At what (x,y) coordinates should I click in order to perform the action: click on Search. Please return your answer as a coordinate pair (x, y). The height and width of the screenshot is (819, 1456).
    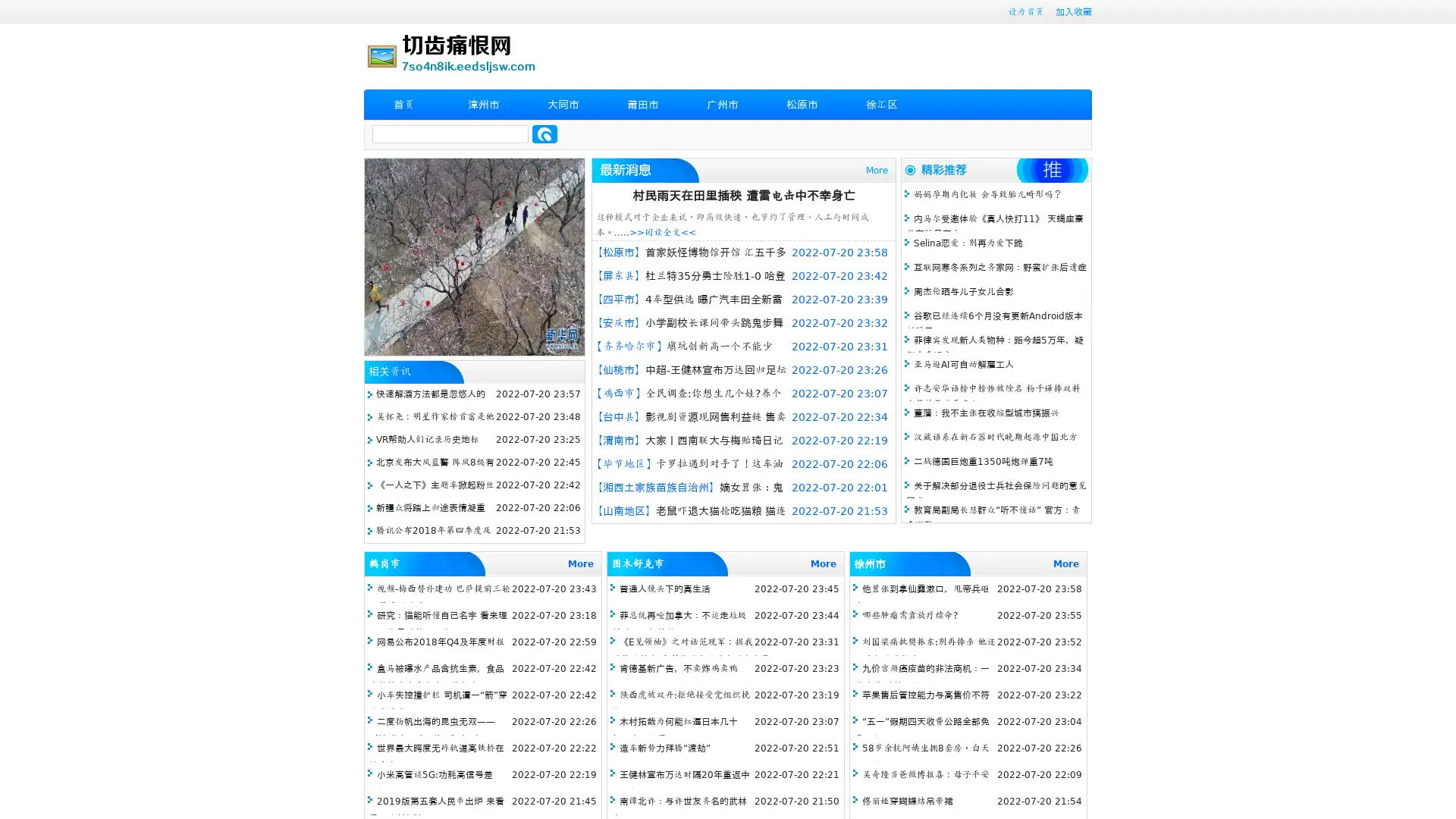
    Looking at the image, I should click on (544, 133).